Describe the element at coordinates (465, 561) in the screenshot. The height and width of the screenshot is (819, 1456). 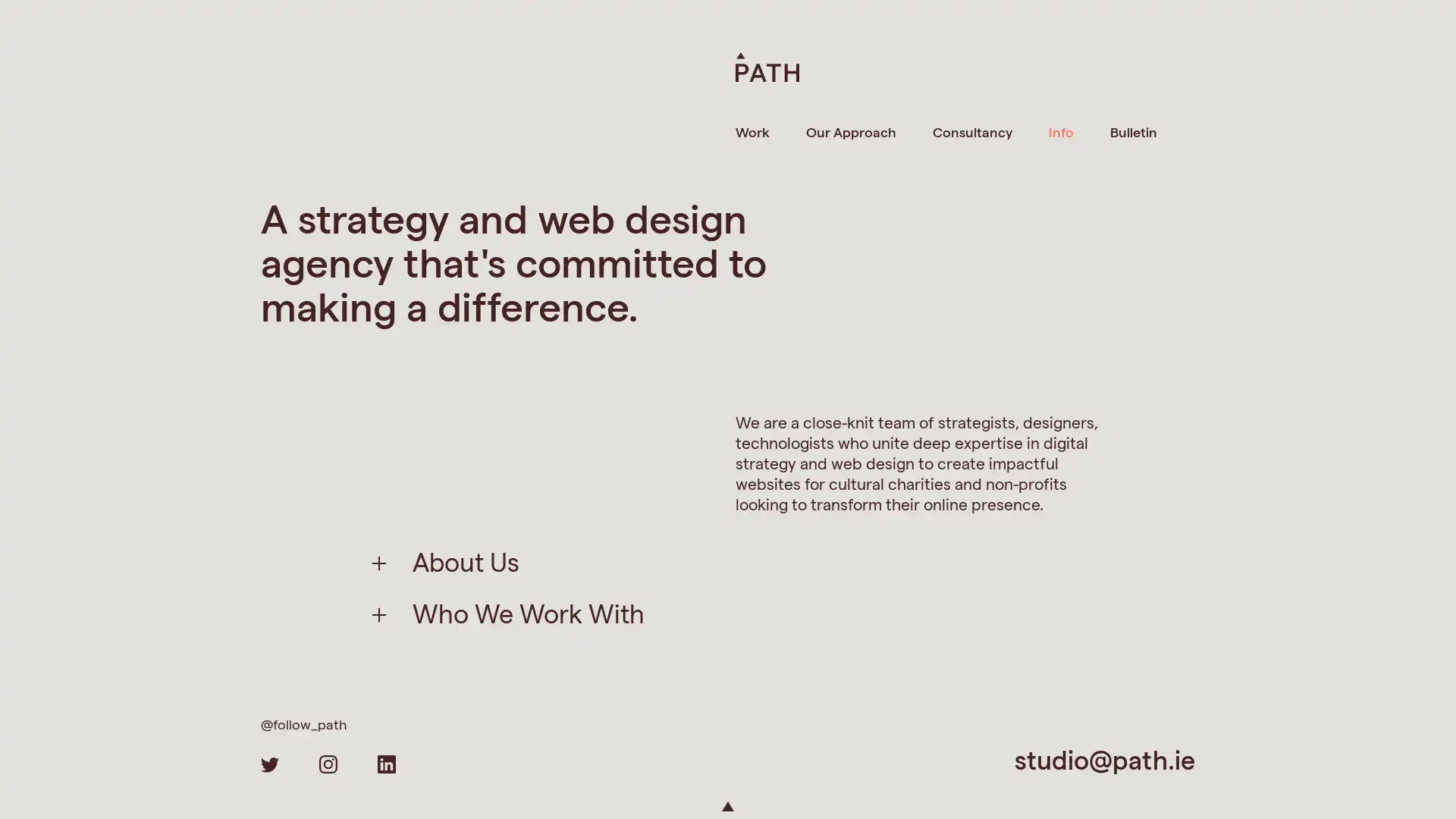
I see `About Us` at that location.